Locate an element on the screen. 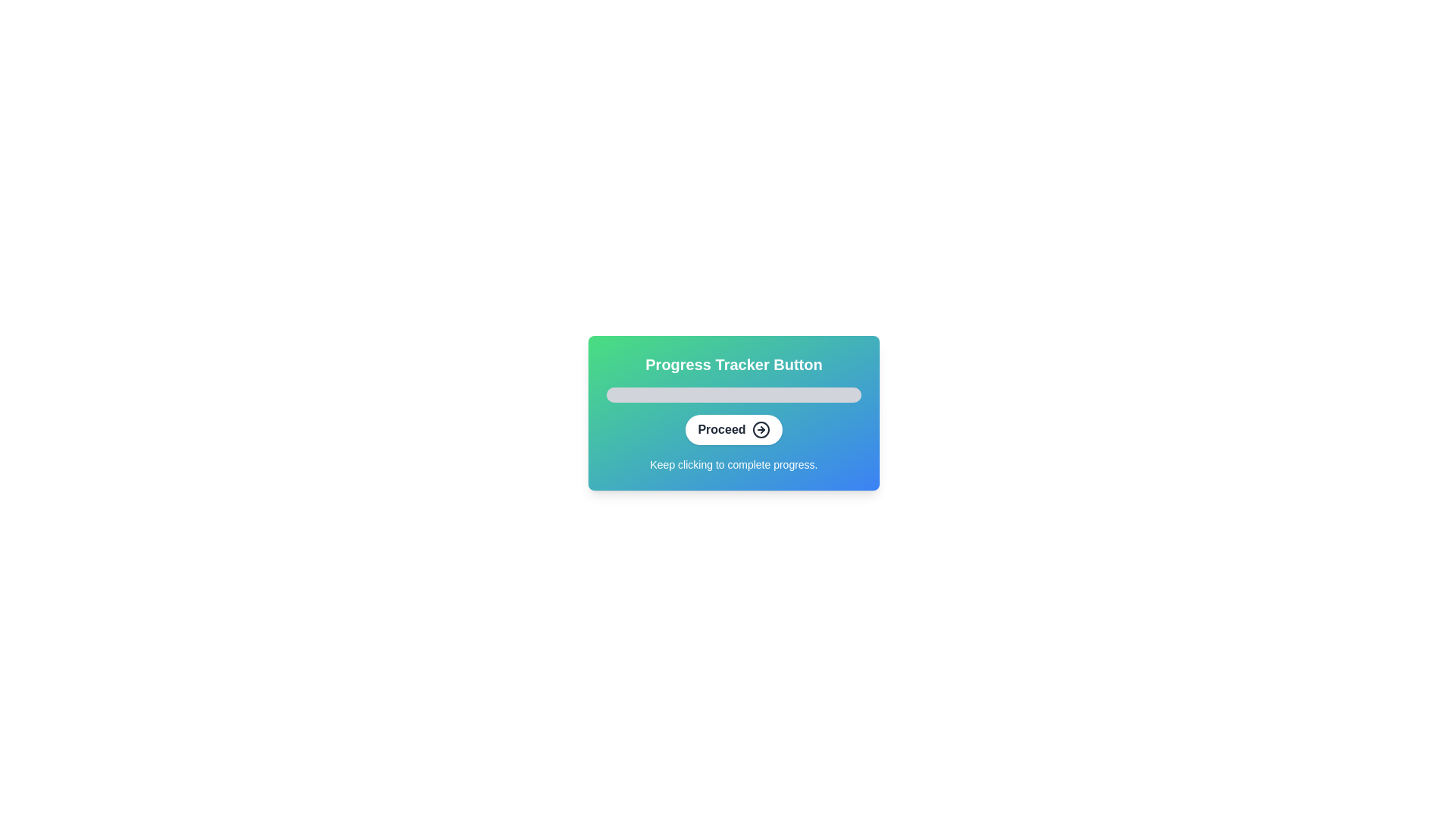 The image size is (1456, 819). the text label displaying 'Progress Tracker Button' which is prominently positioned in a bold white font on a gradient background is located at coordinates (734, 365).